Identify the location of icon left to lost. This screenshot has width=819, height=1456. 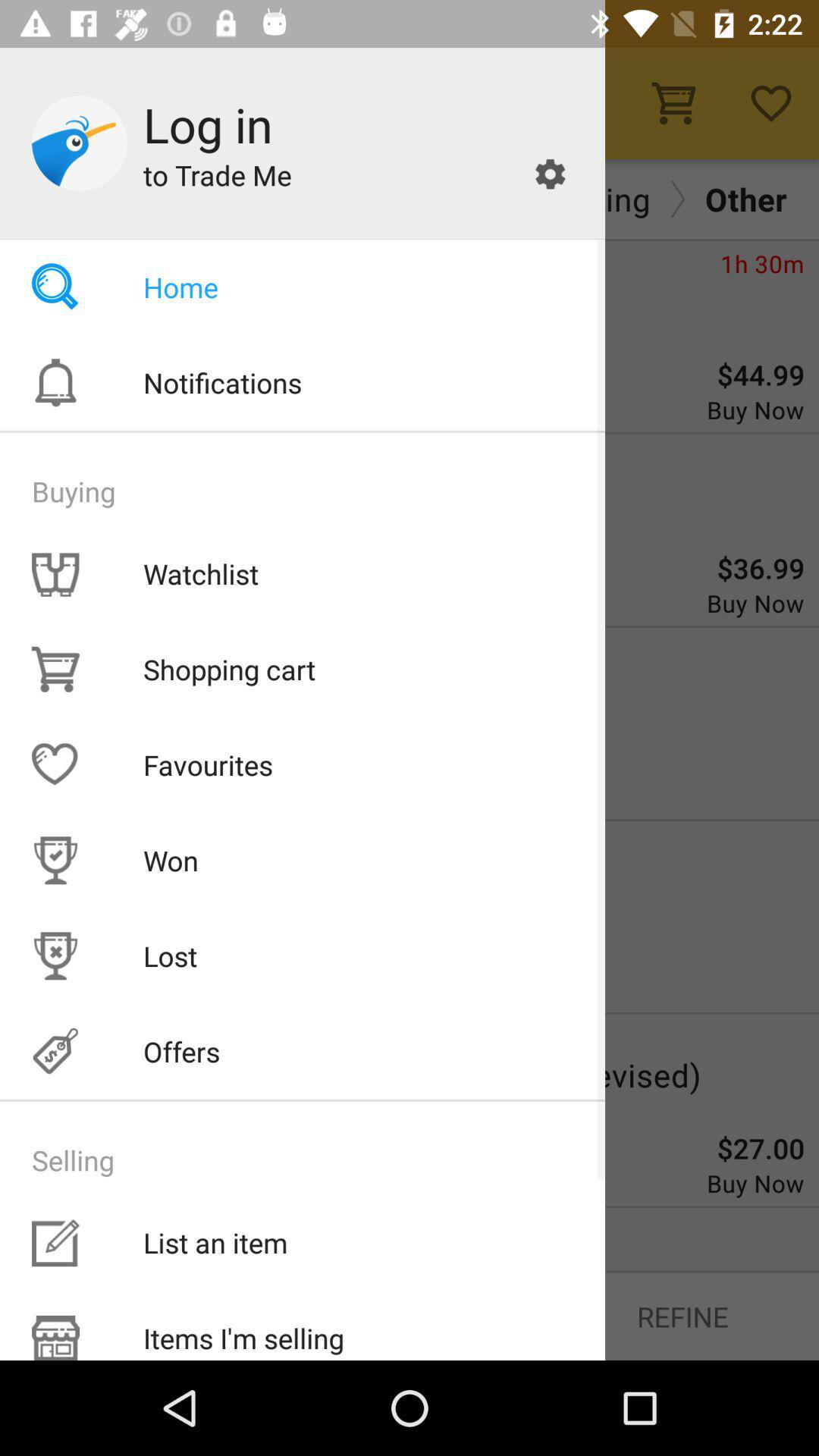
(55, 955).